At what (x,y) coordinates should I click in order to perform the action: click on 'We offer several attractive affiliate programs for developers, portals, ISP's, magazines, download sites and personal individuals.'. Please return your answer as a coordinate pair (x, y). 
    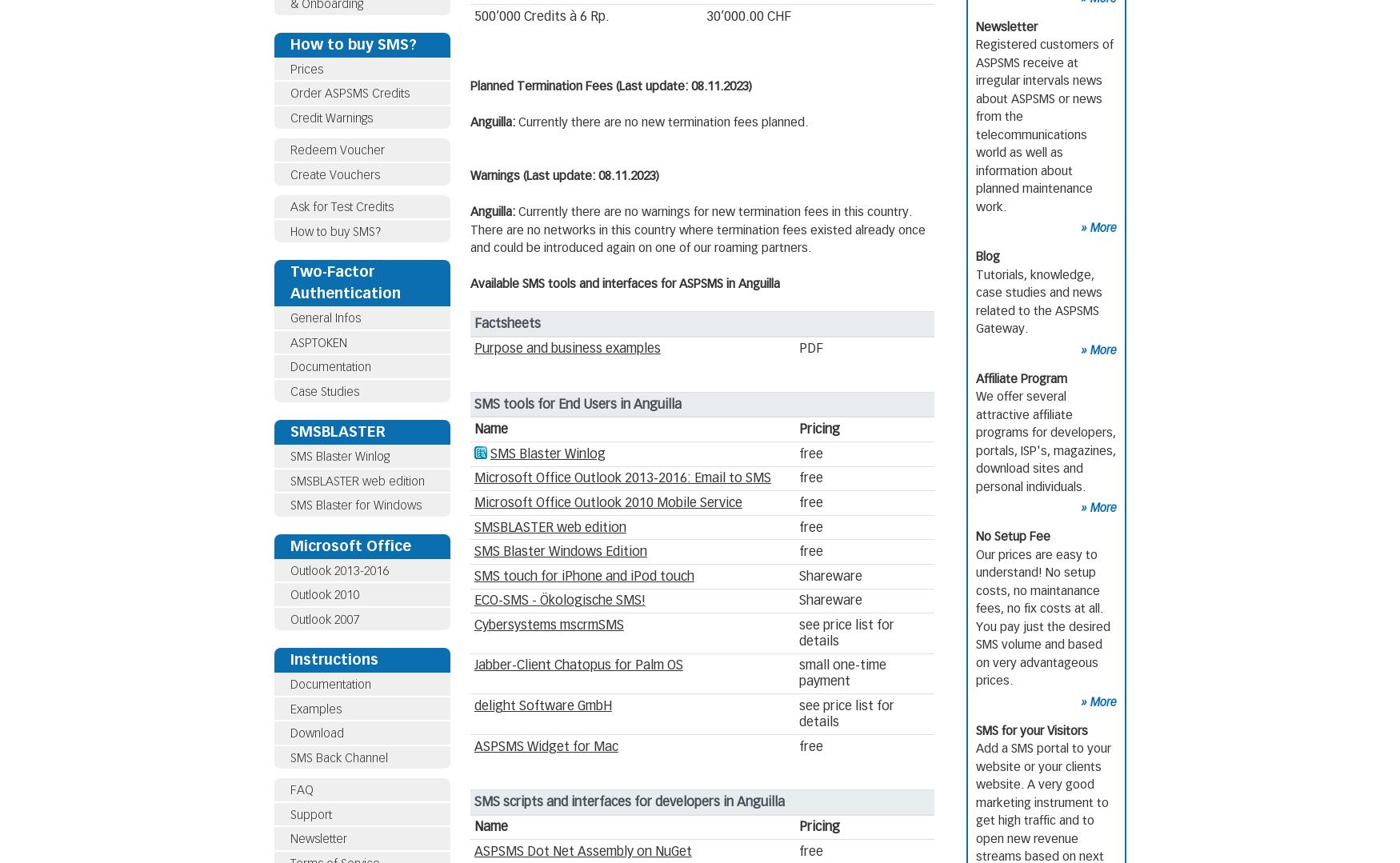
    Looking at the image, I should click on (1045, 441).